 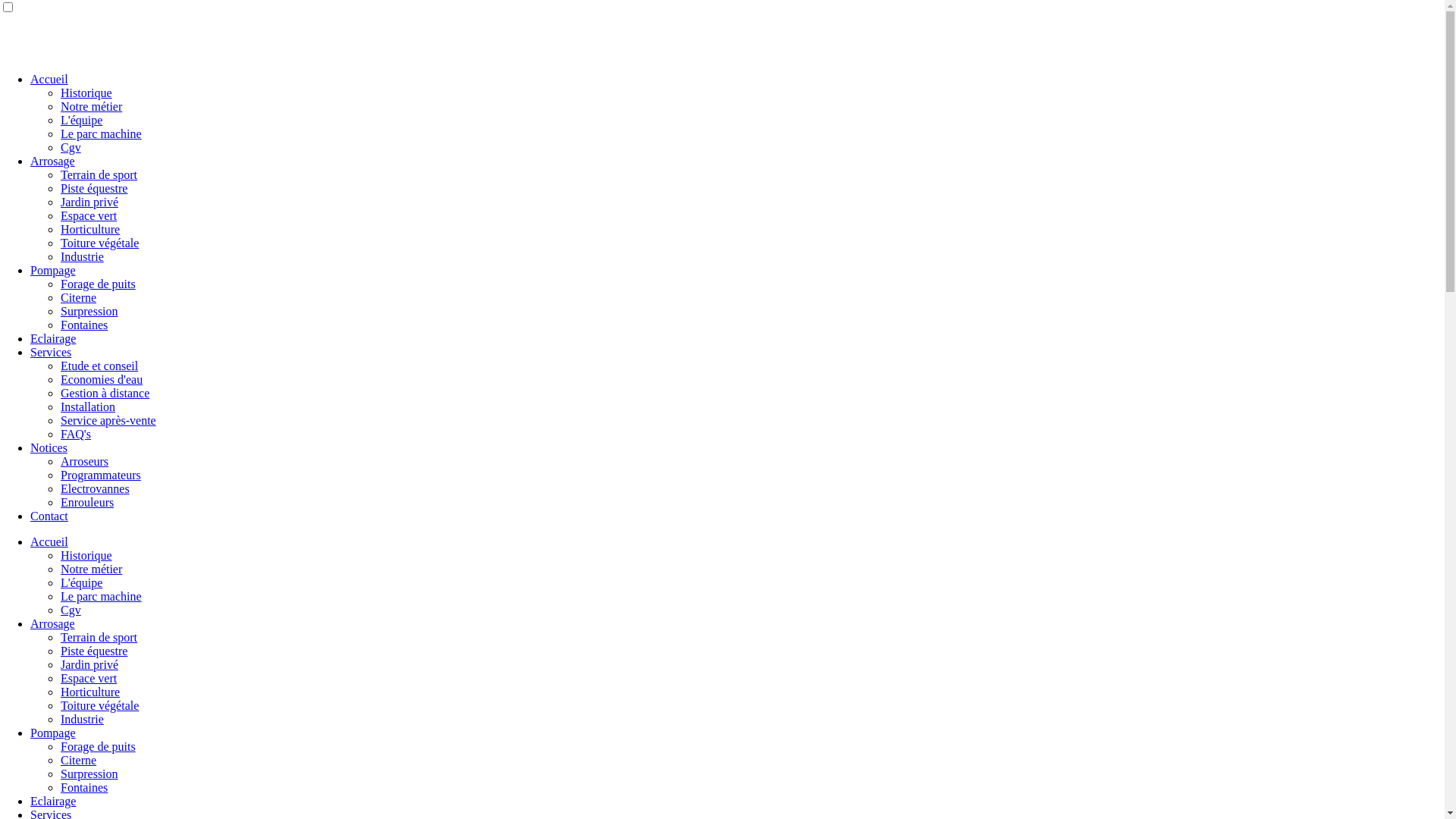 What do you see at coordinates (89, 310) in the screenshot?
I see `'Surpression'` at bounding box center [89, 310].